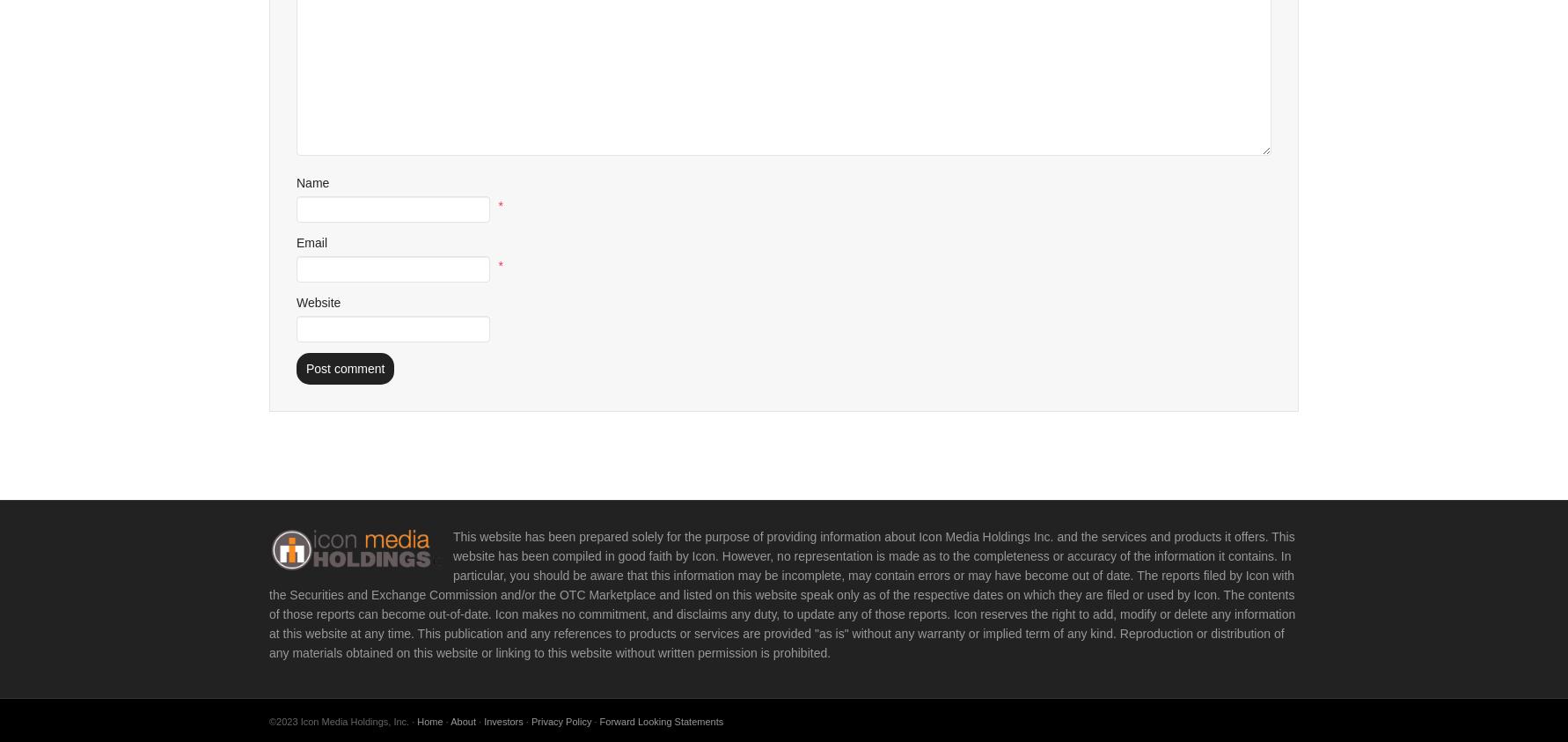 The height and width of the screenshot is (742, 1568). What do you see at coordinates (503, 720) in the screenshot?
I see `'Investors'` at bounding box center [503, 720].